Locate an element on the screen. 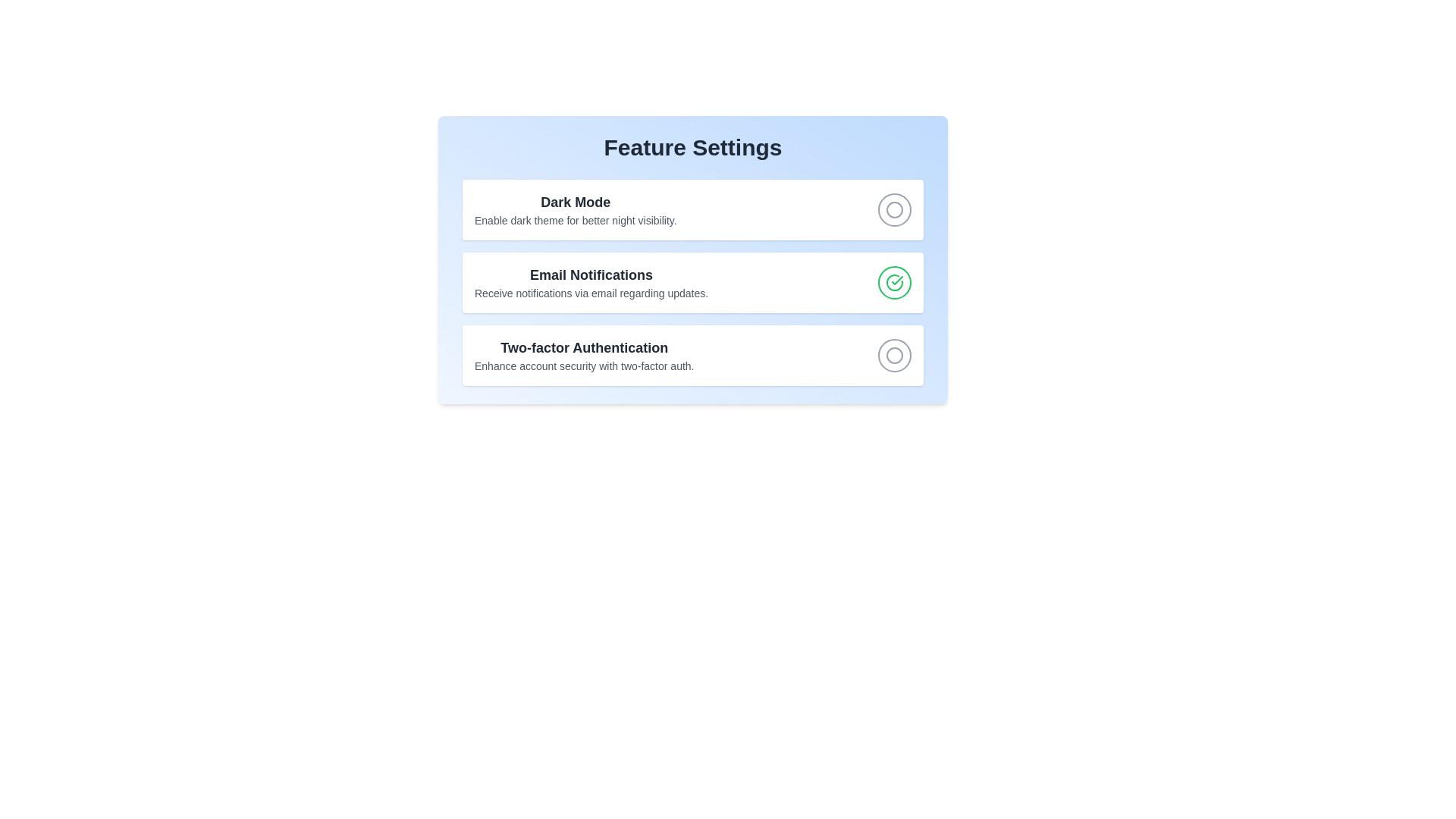  the text label displaying 'Enhance account security with two-factor auth.' located below the 'Two-factor Authentication' title within the settings pane is located at coordinates (583, 366).